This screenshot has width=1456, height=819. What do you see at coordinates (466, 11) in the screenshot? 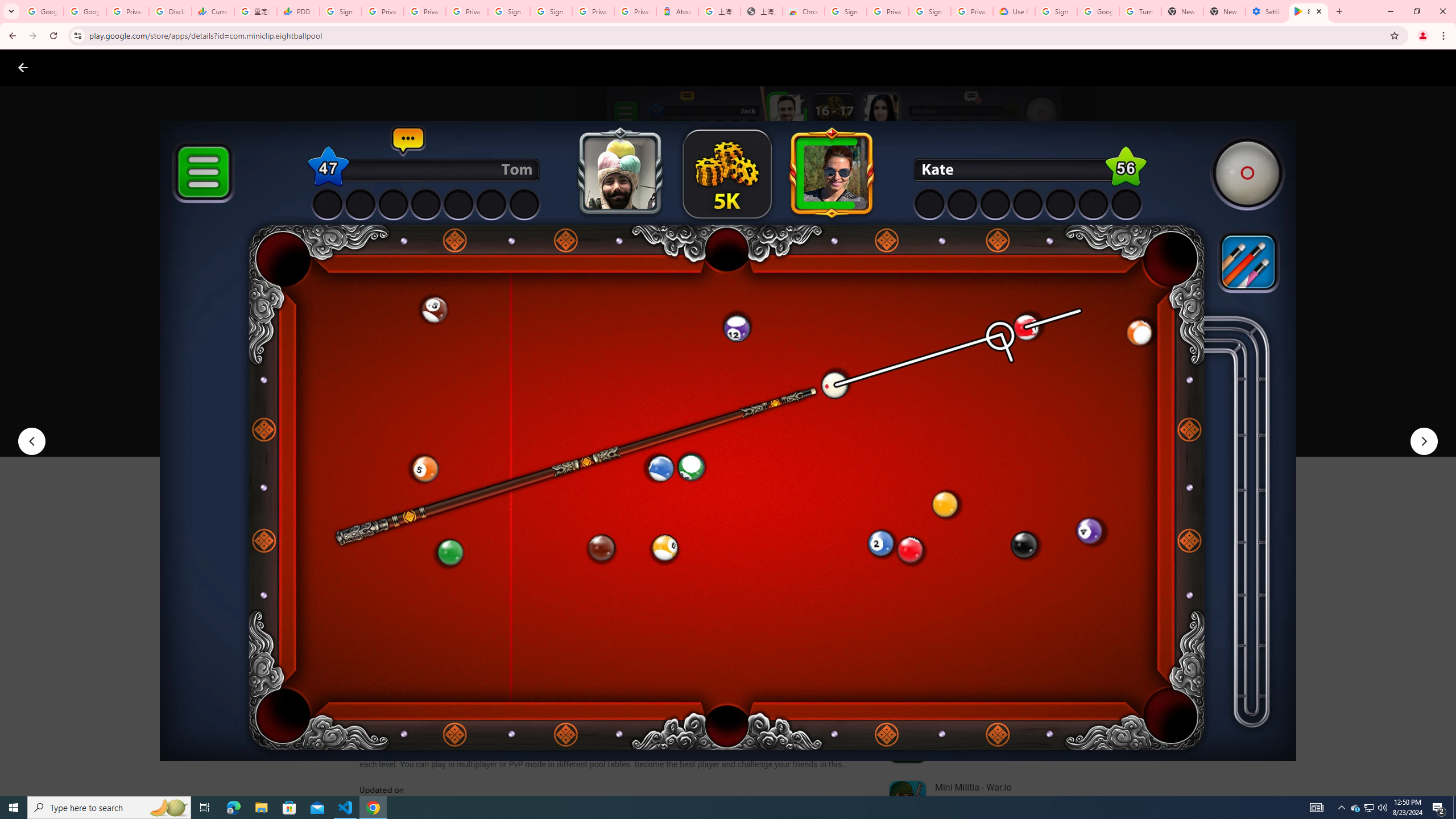
I see `'Privacy Checkup'` at bounding box center [466, 11].